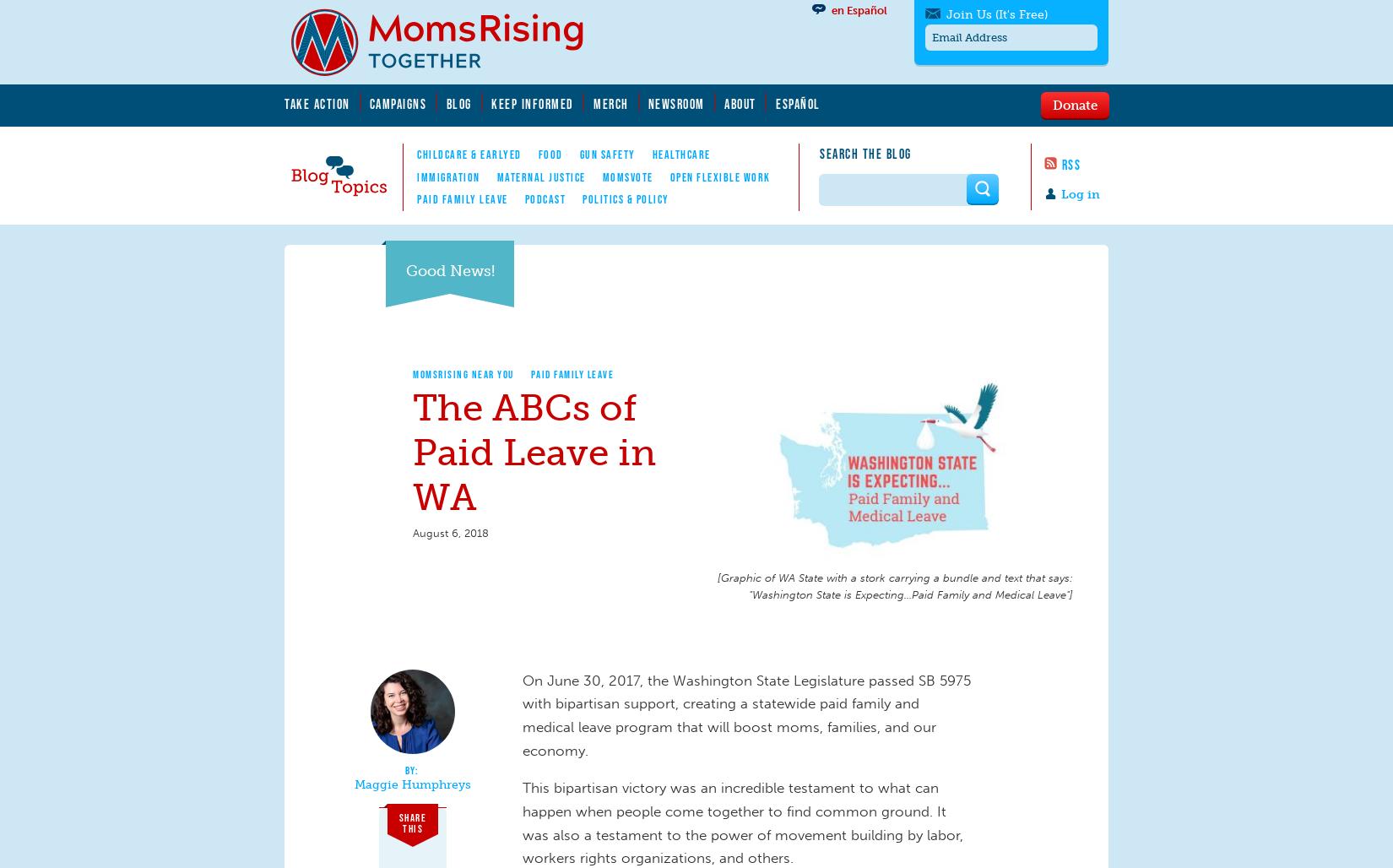  I want to click on 'Childcare & EarlyEd', so click(468, 154).